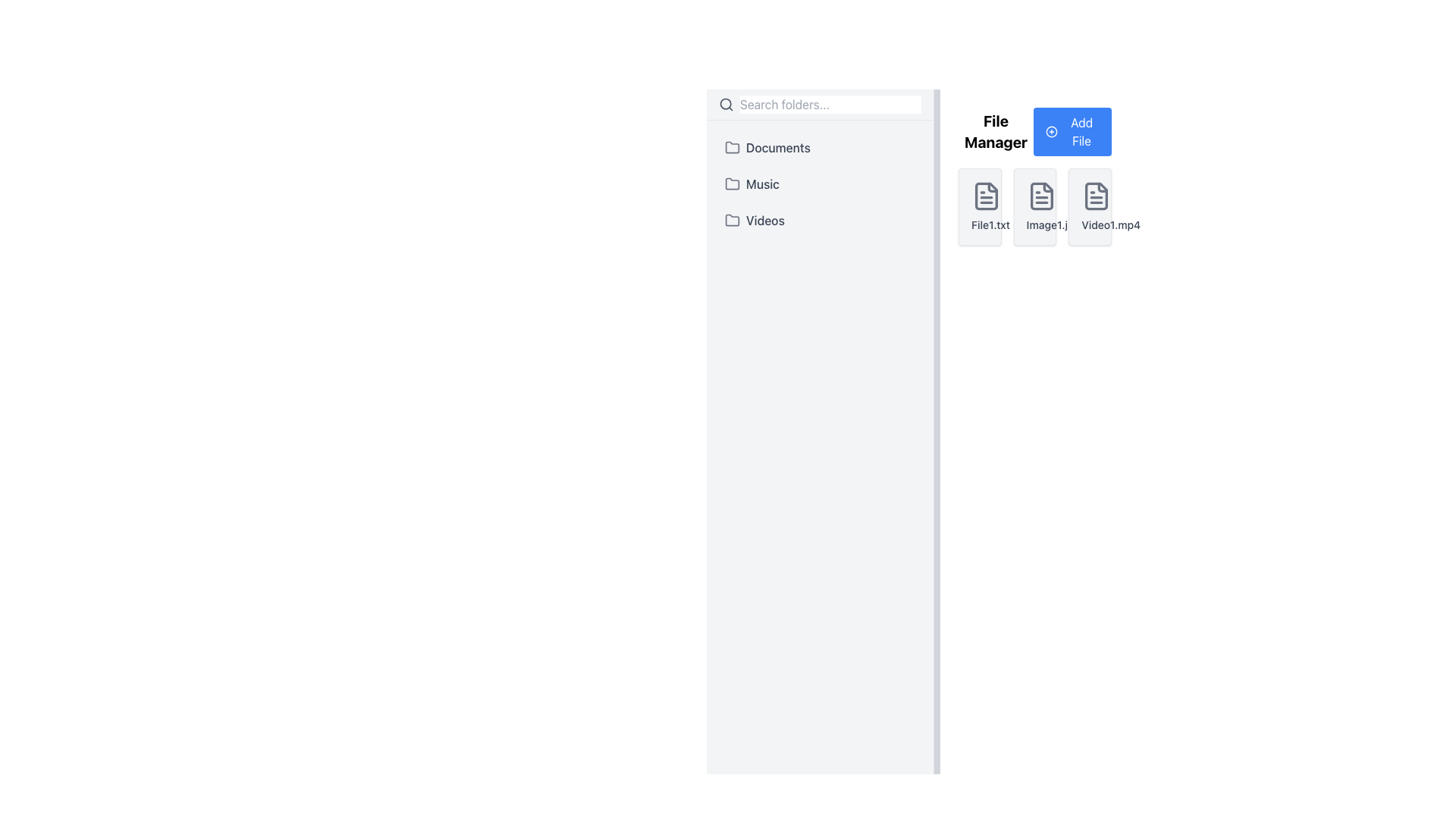  I want to click on the 'Videos' folder label in the sidebar navigation, so click(765, 220).